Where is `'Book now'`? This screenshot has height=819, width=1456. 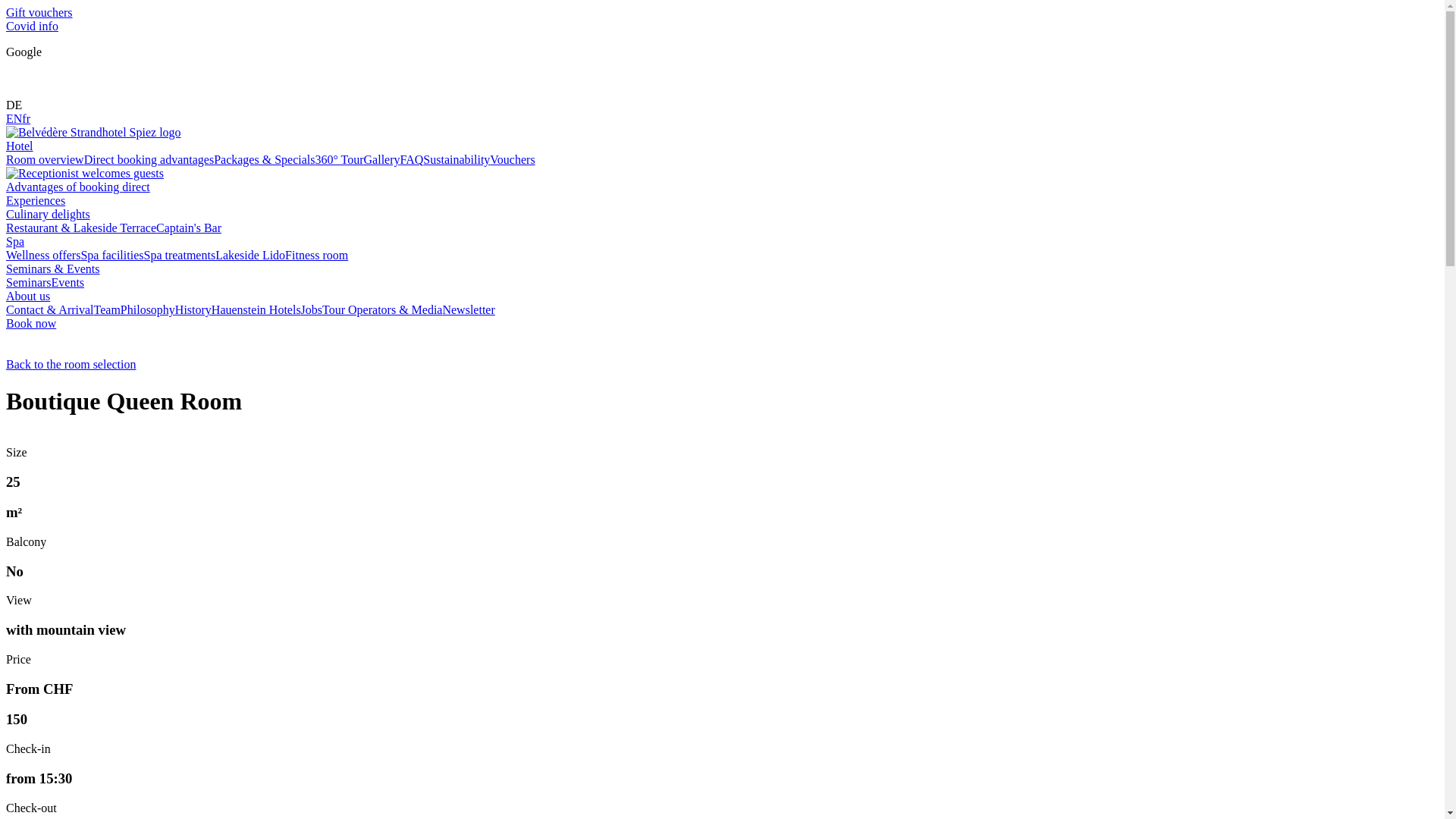 'Book now' is located at coordinates (31, 322).